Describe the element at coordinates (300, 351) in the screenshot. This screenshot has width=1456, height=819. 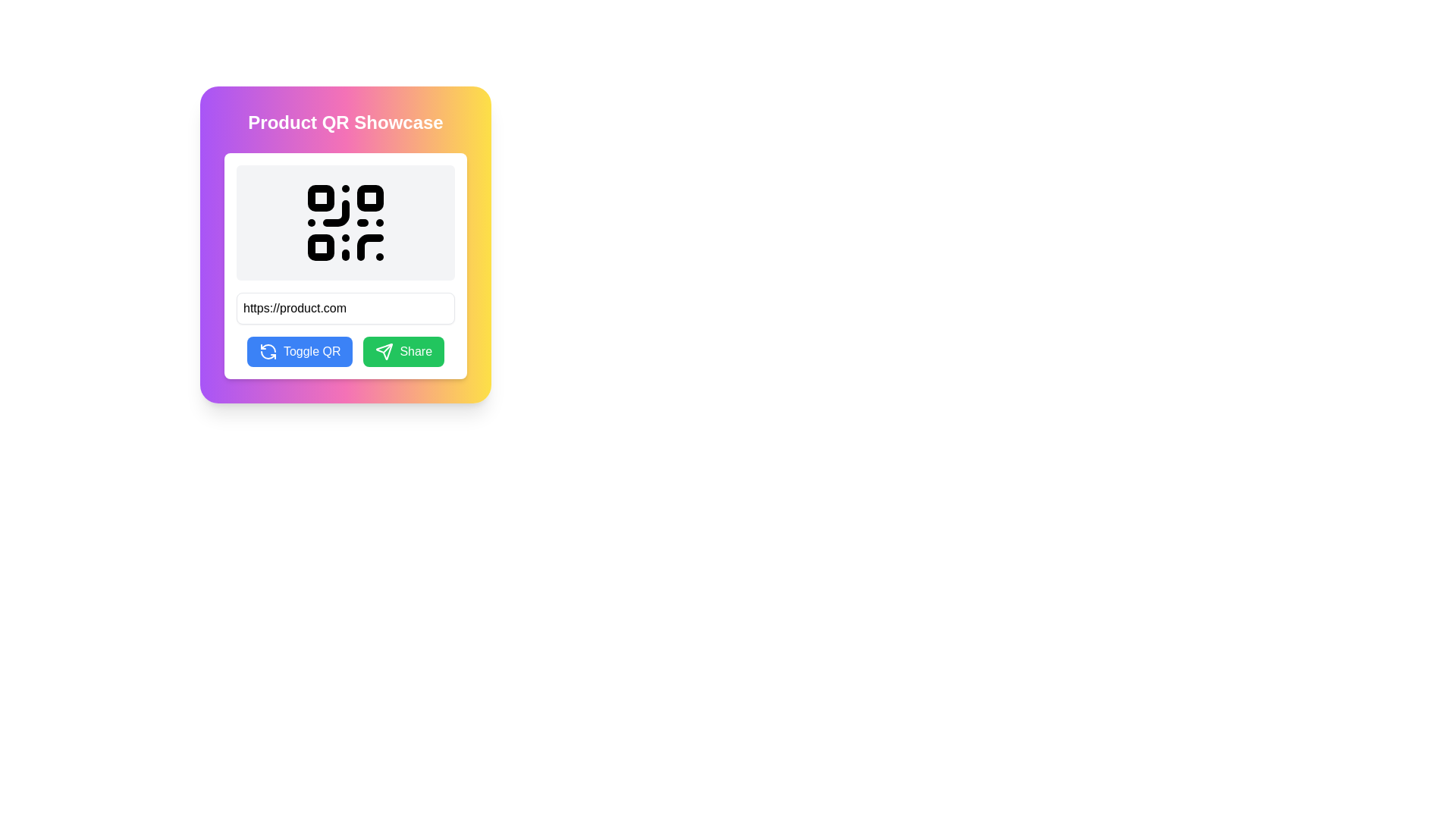
I see `the button located to the left of the 'Share' button in the lower section of the card interface to change its background color` at that location.